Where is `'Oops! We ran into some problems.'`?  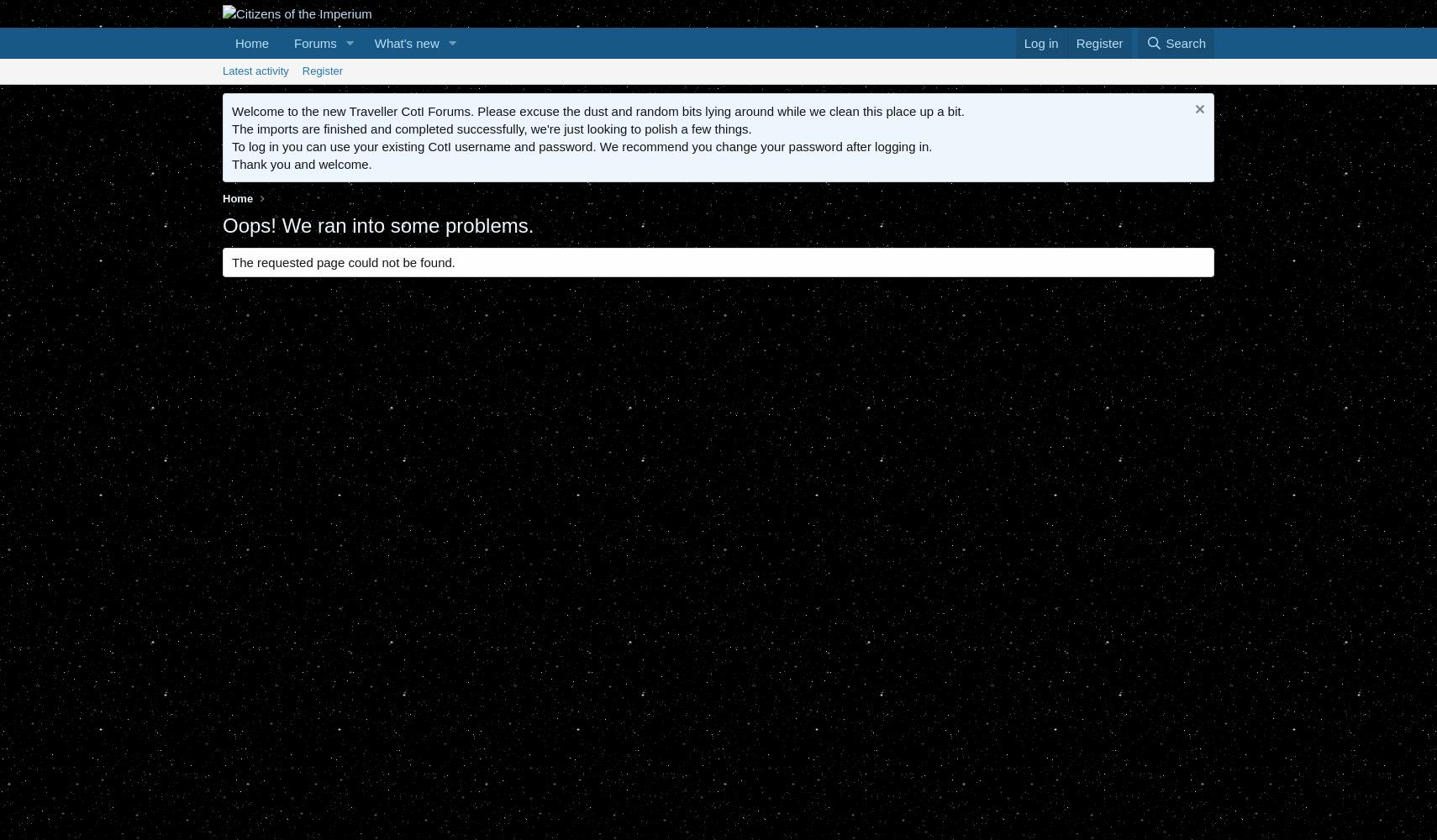 'Oops! We ran into some problems.' is located at coordinates (378, 224).